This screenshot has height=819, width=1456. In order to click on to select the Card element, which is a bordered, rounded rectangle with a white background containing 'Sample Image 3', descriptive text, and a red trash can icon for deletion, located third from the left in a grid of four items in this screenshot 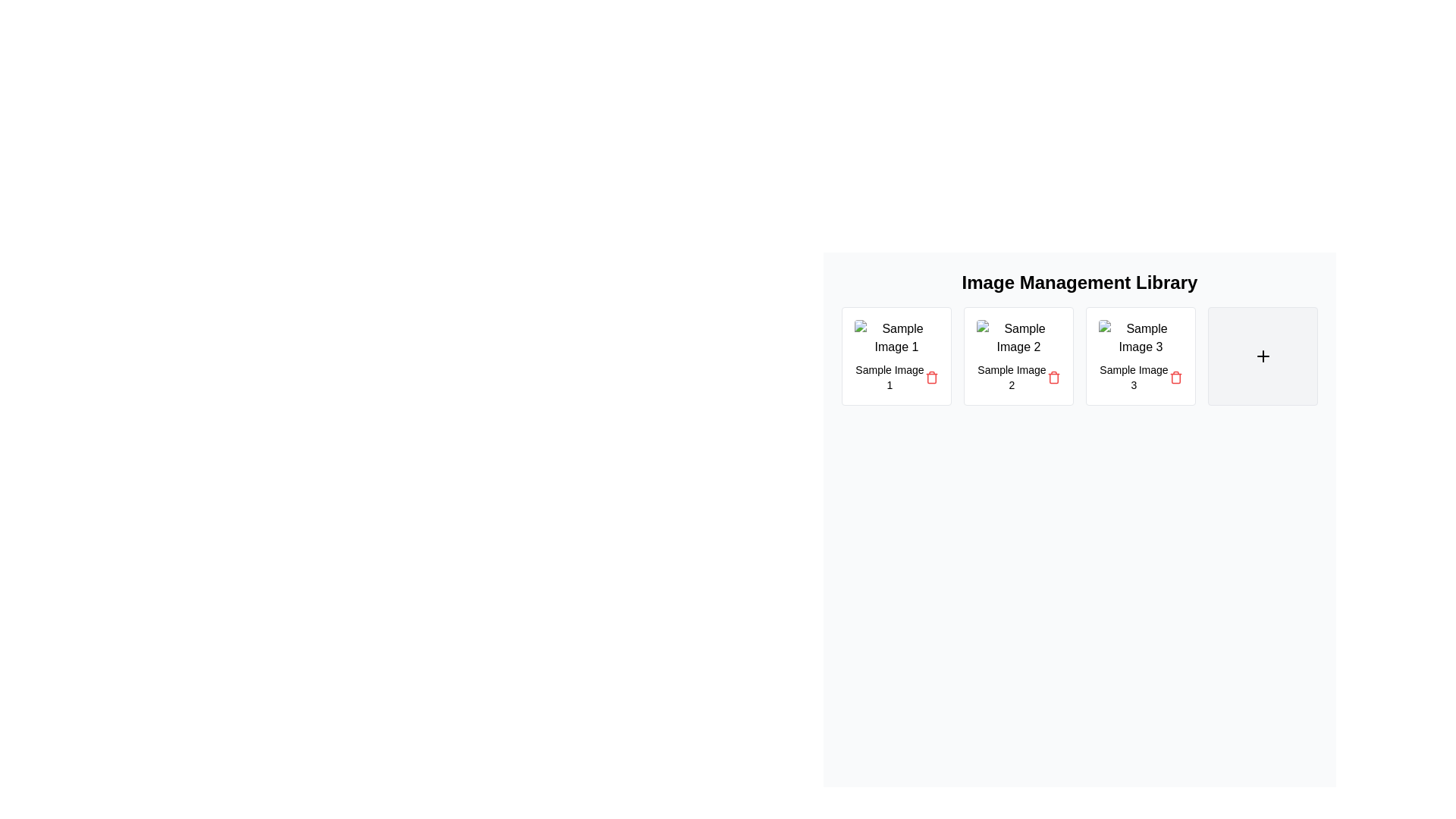, I will do `click(1141, 356)`.